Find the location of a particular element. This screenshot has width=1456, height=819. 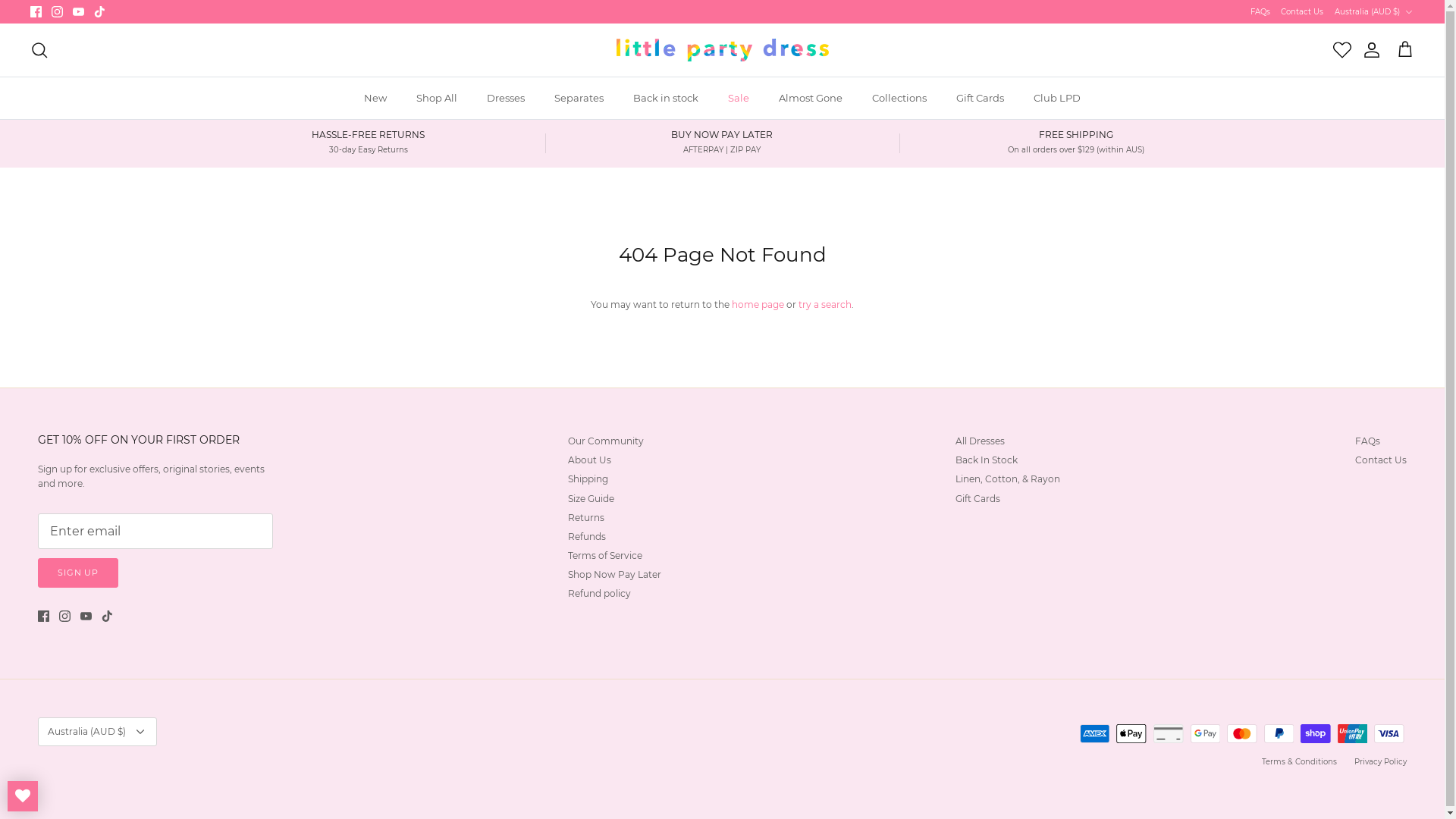

'home page' is located at coordinates (758, 304).